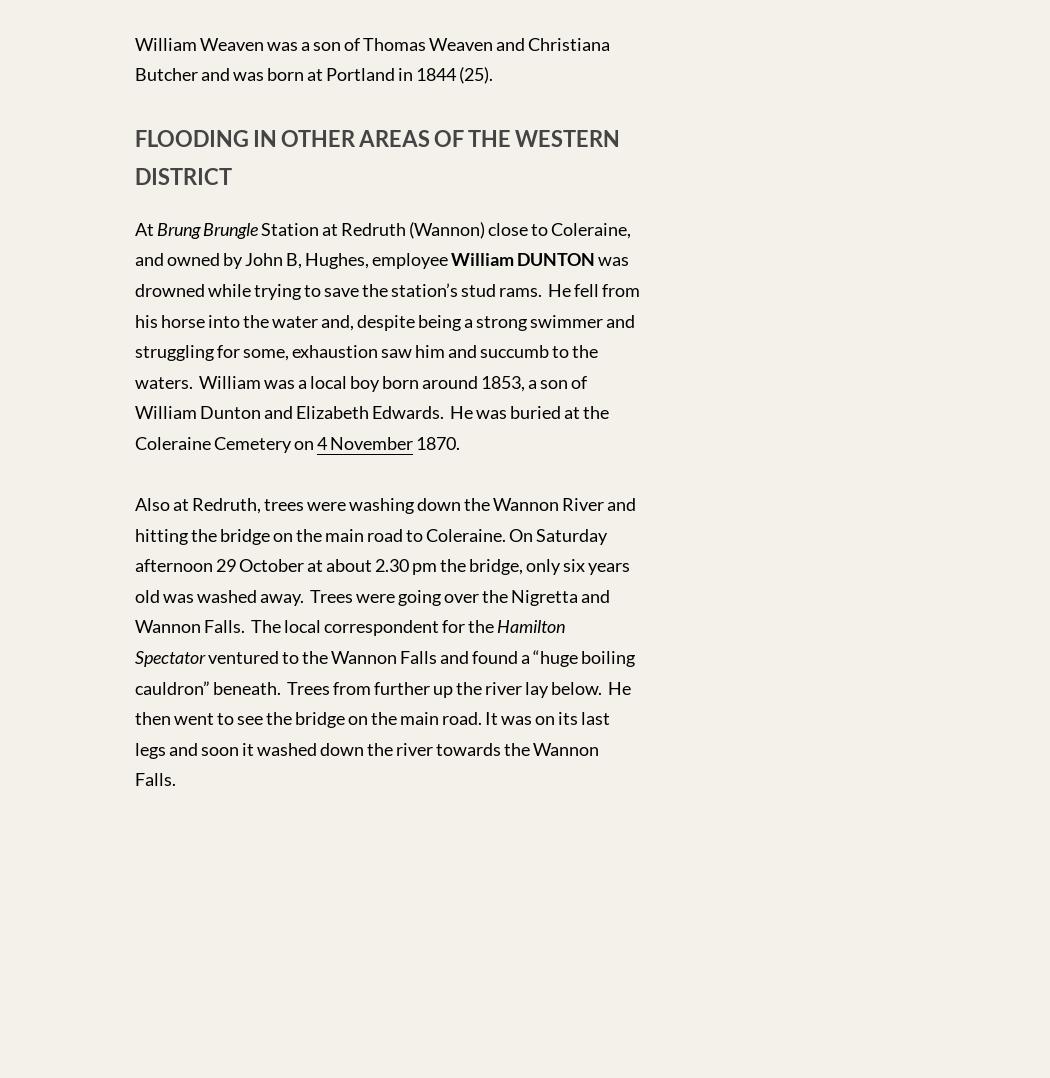  What do you see at coordinates (134, 716) in the screenshot?
I see `'ventured to the Wannon Falls and found a “huge boiling cauldron” beneath.  Trees from further up the river lay below.  He then went to see the bridge on the main road. It was on its last legs and soon it washed down the river towards the Wannon Falls.'` at bounding box center [134, 716].